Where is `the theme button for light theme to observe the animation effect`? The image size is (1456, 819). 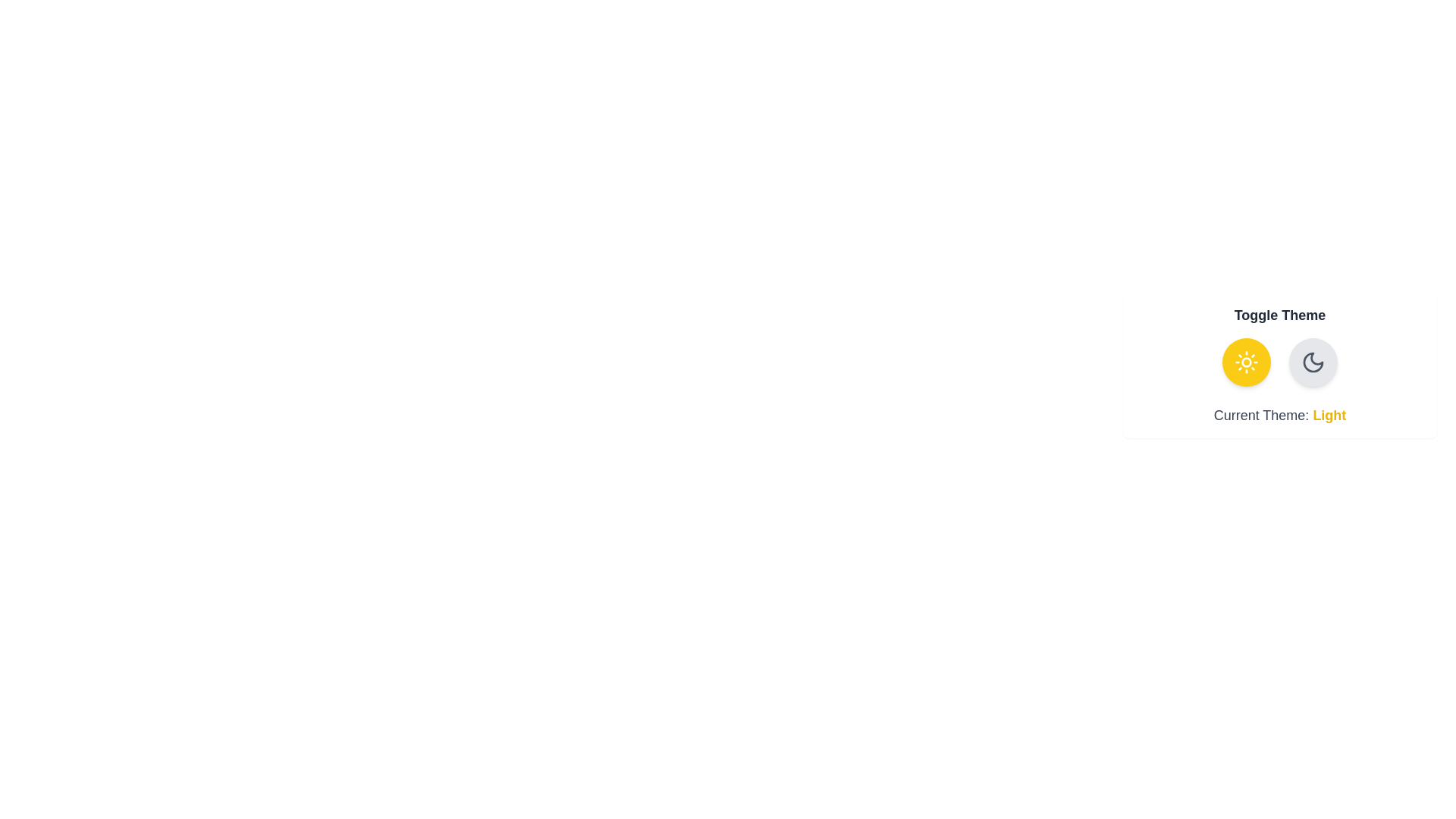 the theme button for light theme to observe the animation effect is located at coordinates (1246, 362).